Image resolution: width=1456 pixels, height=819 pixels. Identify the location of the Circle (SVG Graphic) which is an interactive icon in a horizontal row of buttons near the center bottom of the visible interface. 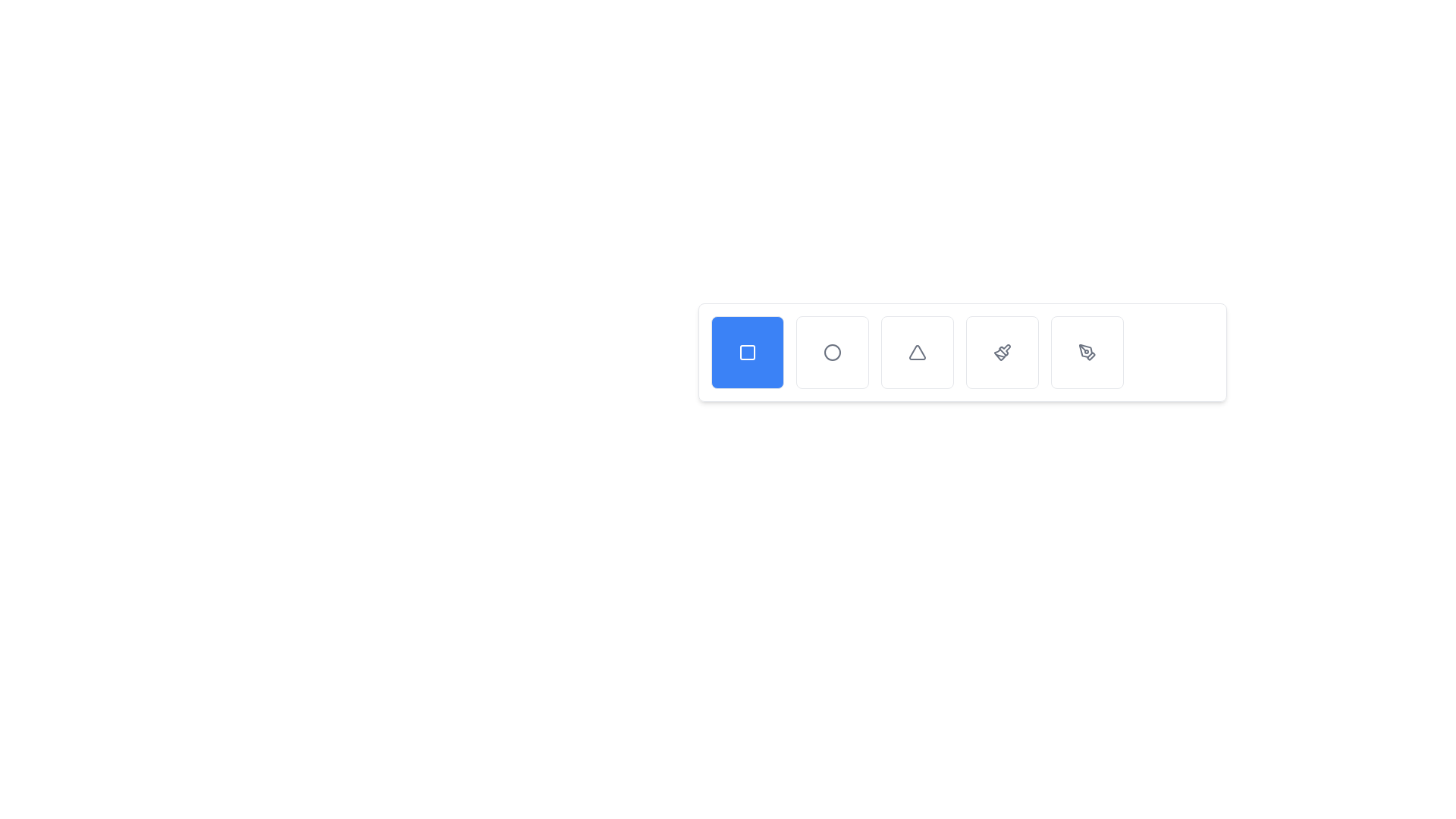
(832, 353).